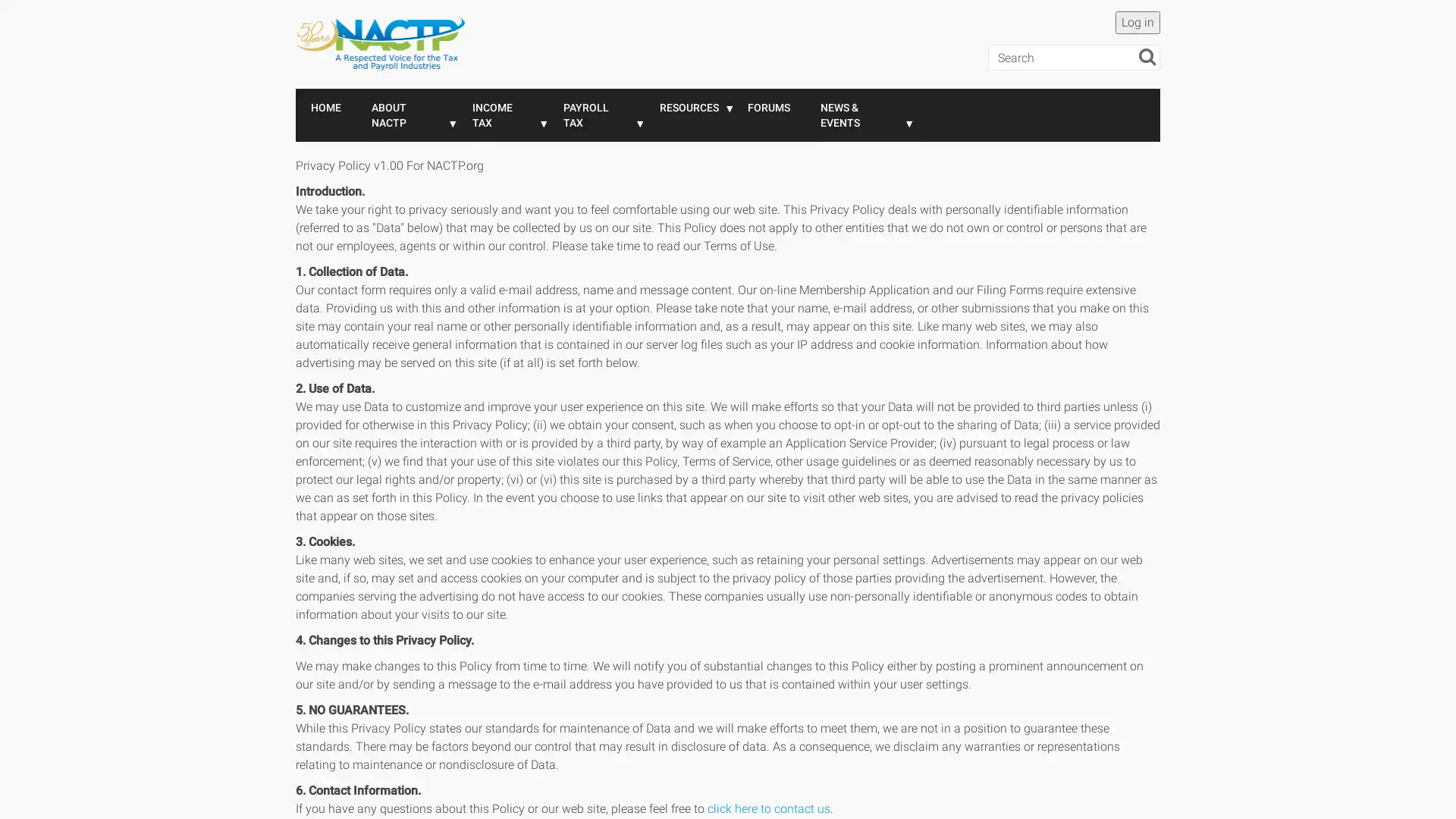  Describe the element at coordinates (1137, 23) in the screenshot. I see `Log in` at that location.